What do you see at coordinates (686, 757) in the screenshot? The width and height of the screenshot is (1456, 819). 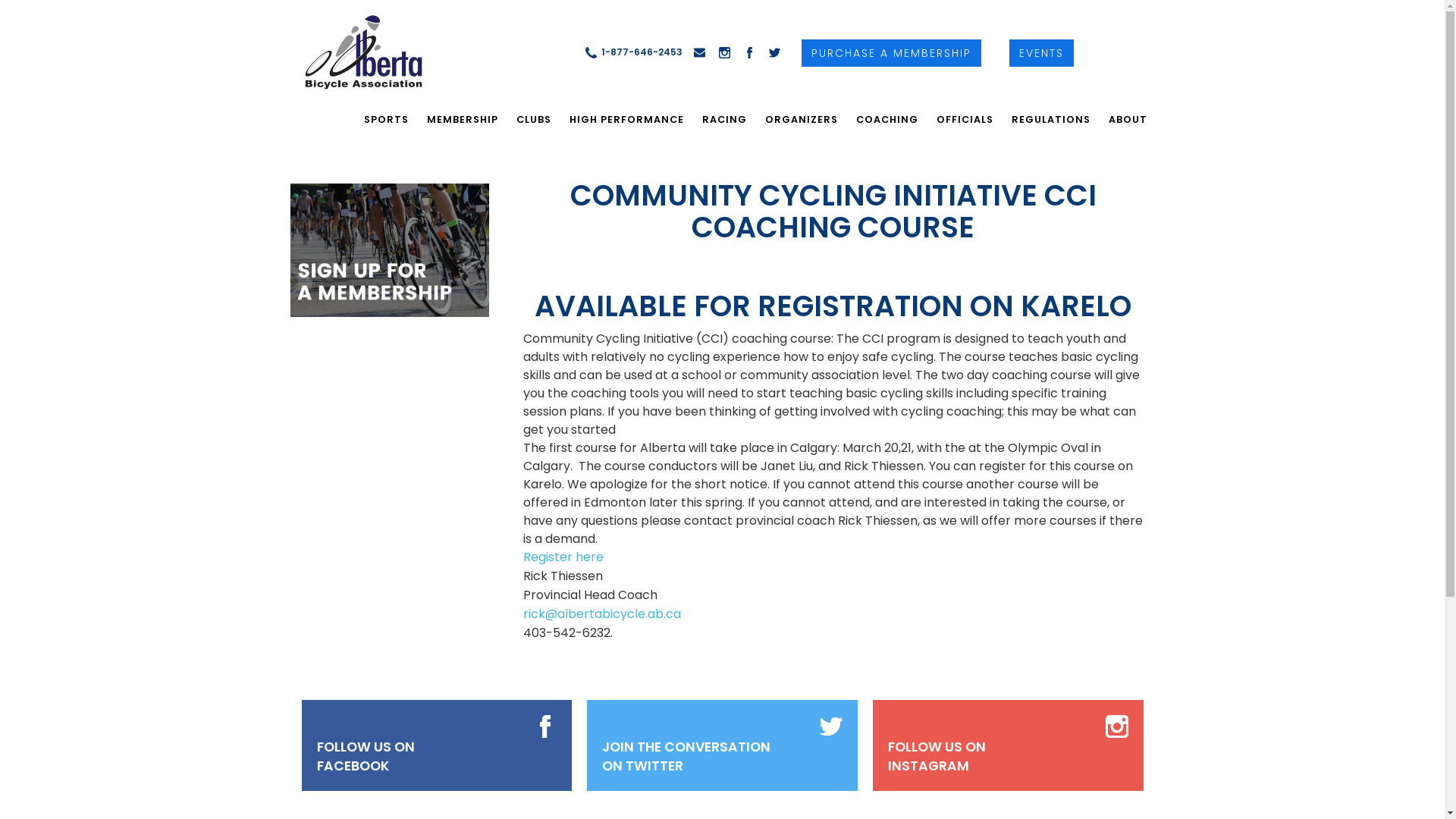 I see `'JOIN THE CONVERSATION` at bounding box center [686, 757].